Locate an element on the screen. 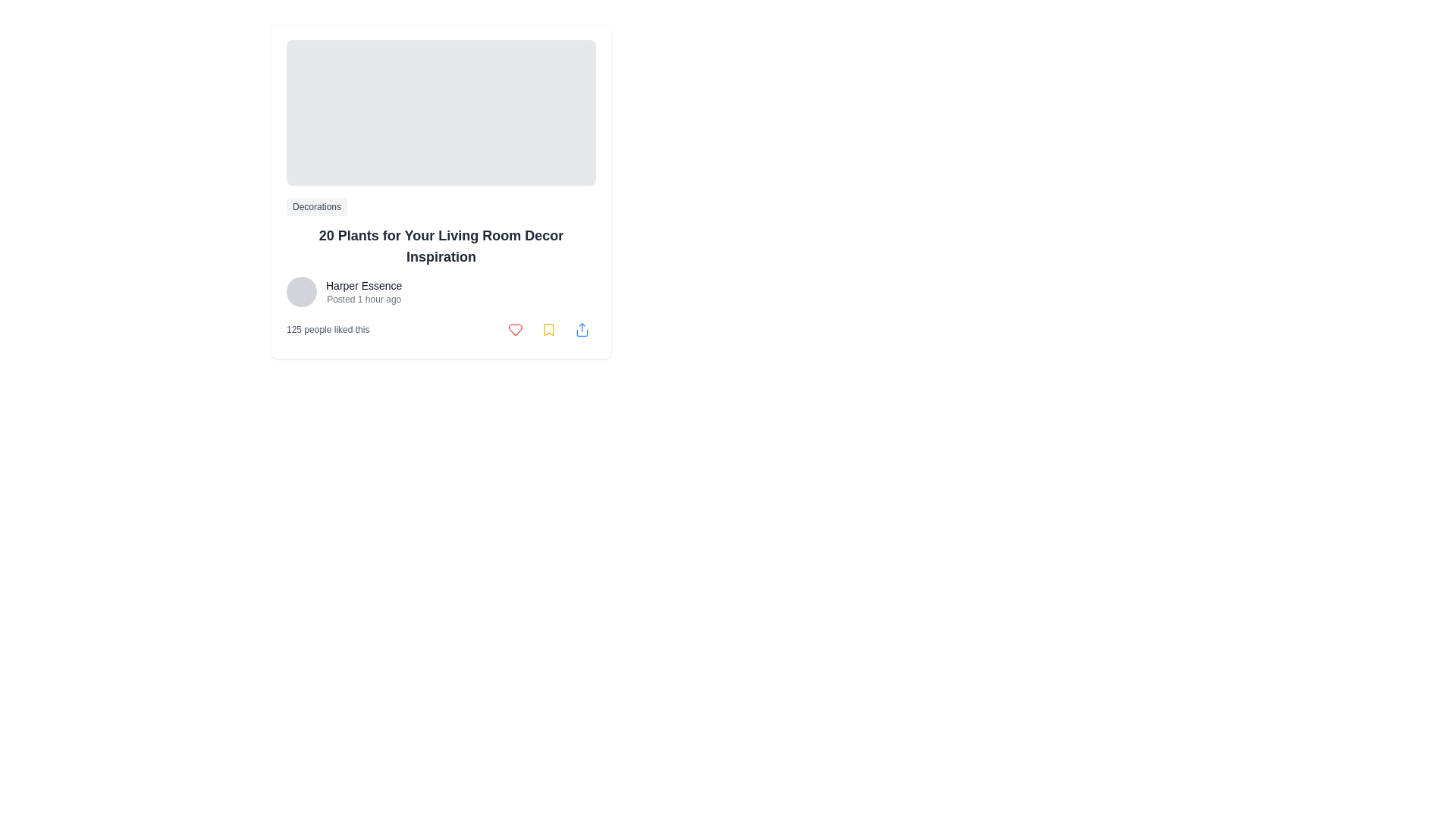  the heart-shaped icon button outlined in red, which is positioned directly below the number of likes and adjacent to other interactive icons is located at coordinates (516, 329).